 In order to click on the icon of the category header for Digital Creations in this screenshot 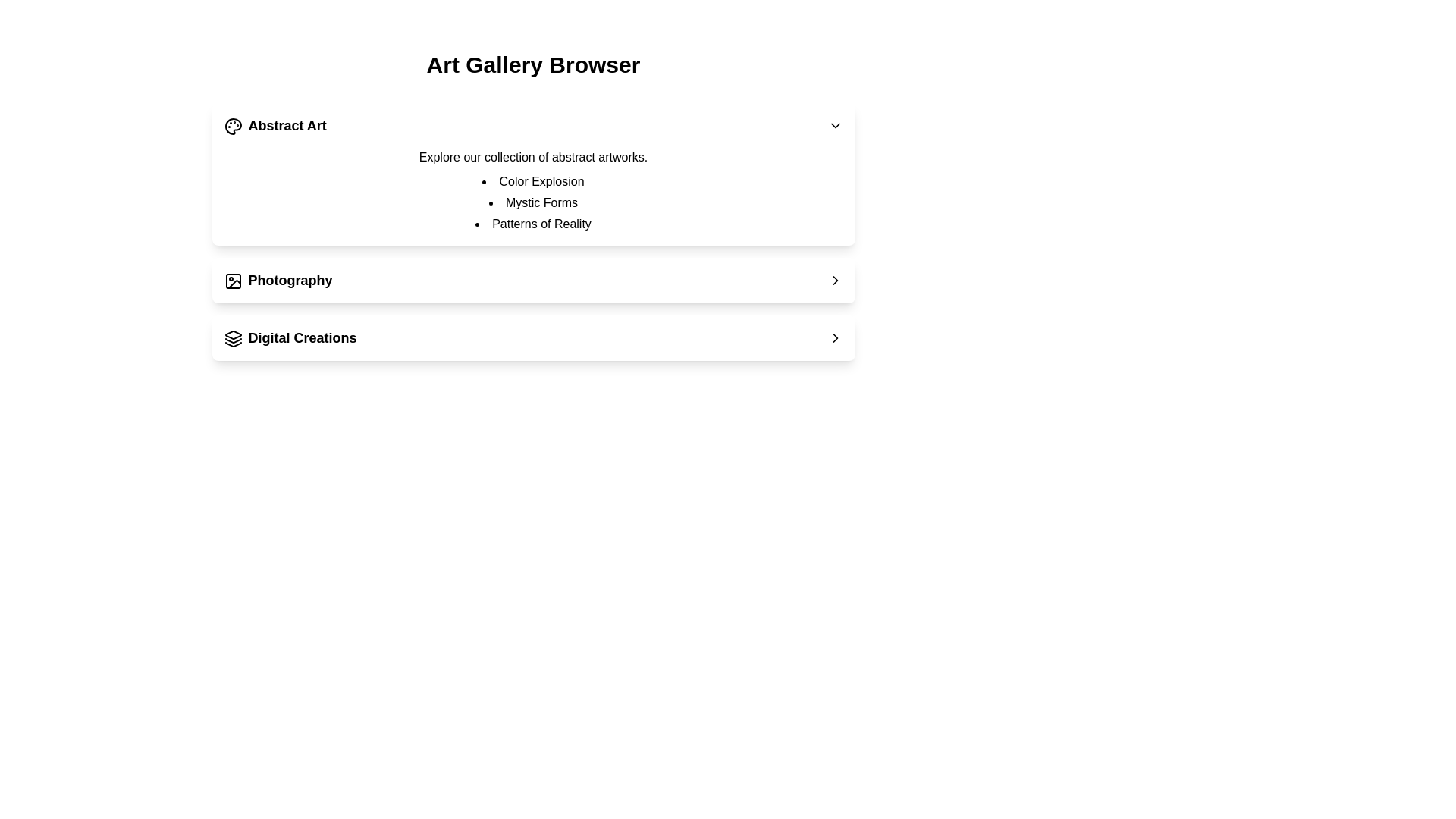, I will do `click(232, 338)`.